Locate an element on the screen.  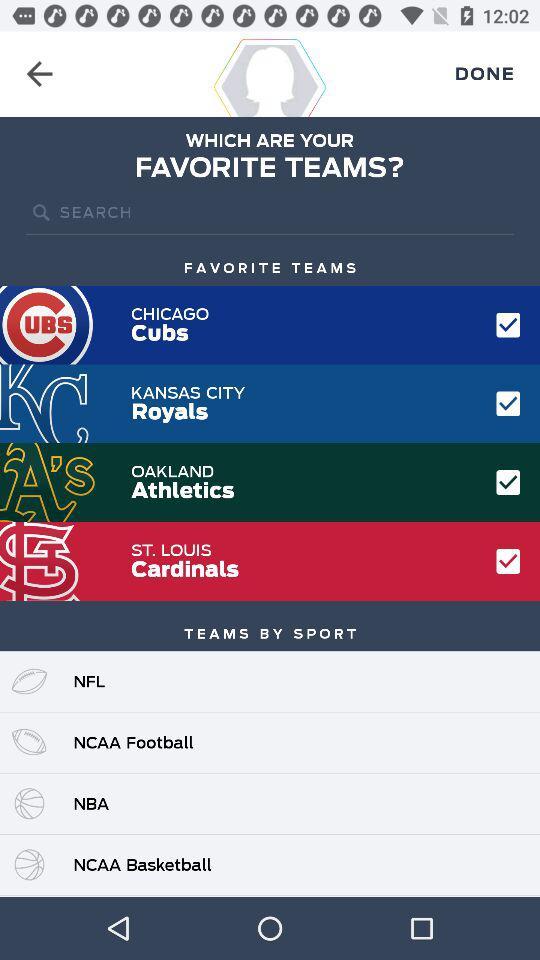
go back is located at coordinates (39, 74).